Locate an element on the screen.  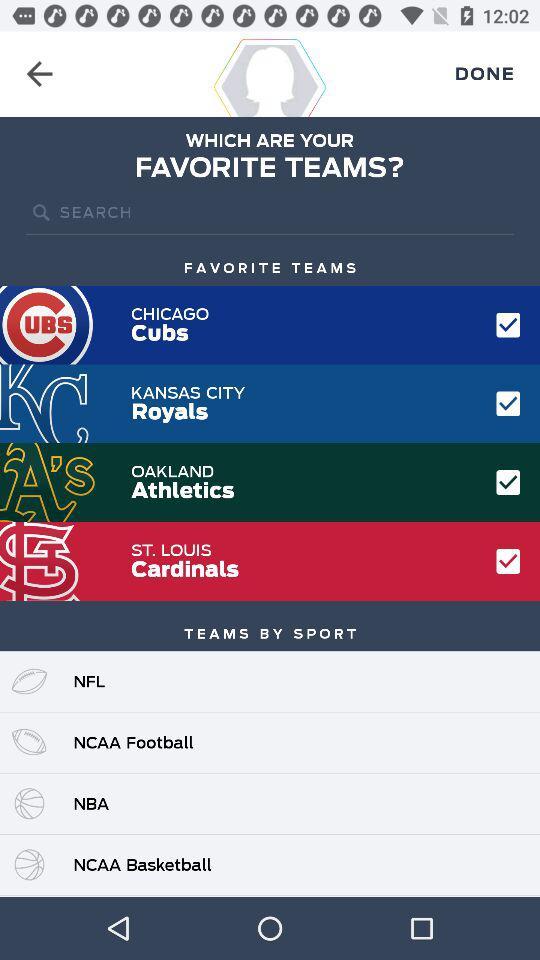
go back is located at coordinates (39, 74).